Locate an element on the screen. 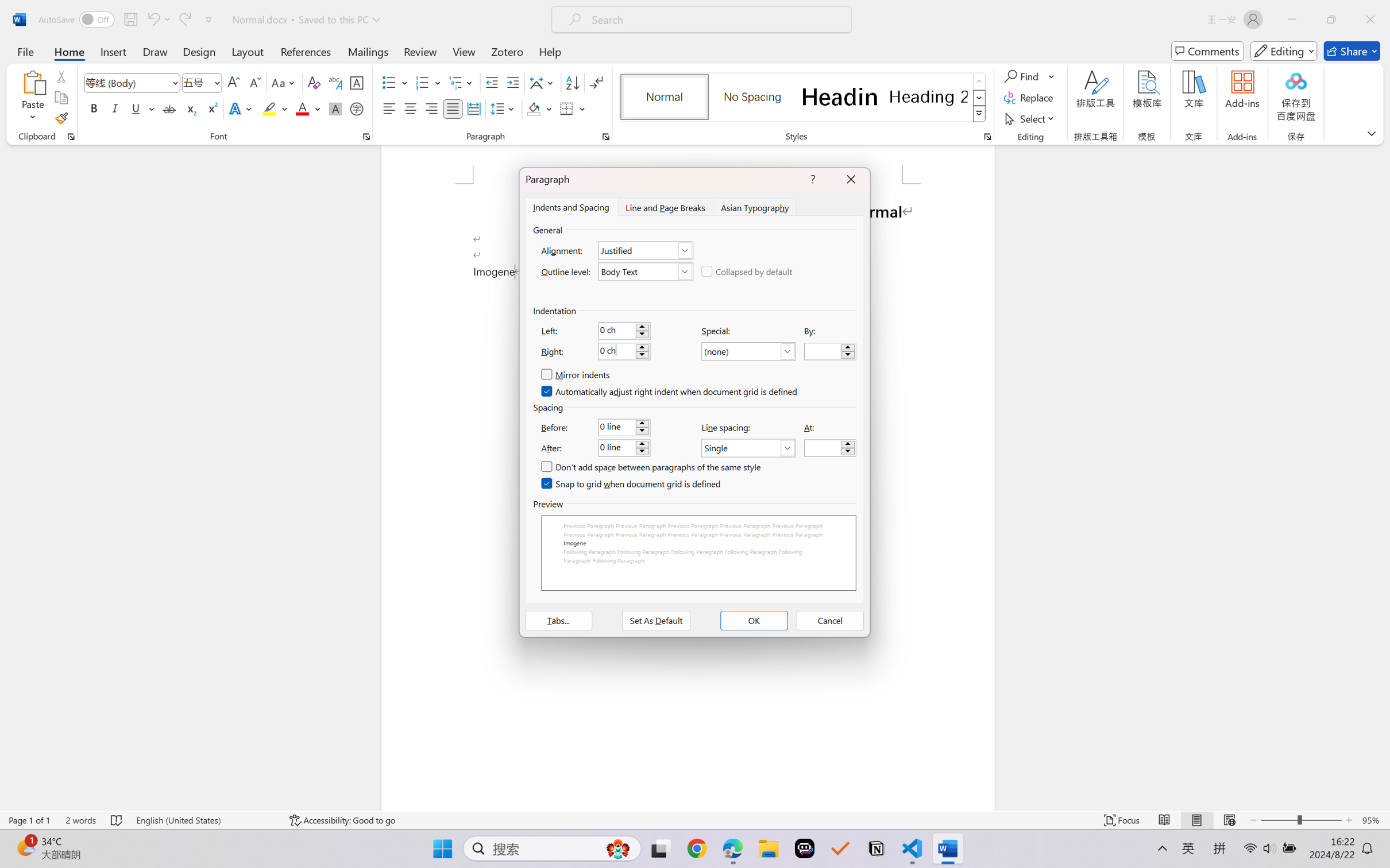  'At:' is located at coordinates (830, 447).